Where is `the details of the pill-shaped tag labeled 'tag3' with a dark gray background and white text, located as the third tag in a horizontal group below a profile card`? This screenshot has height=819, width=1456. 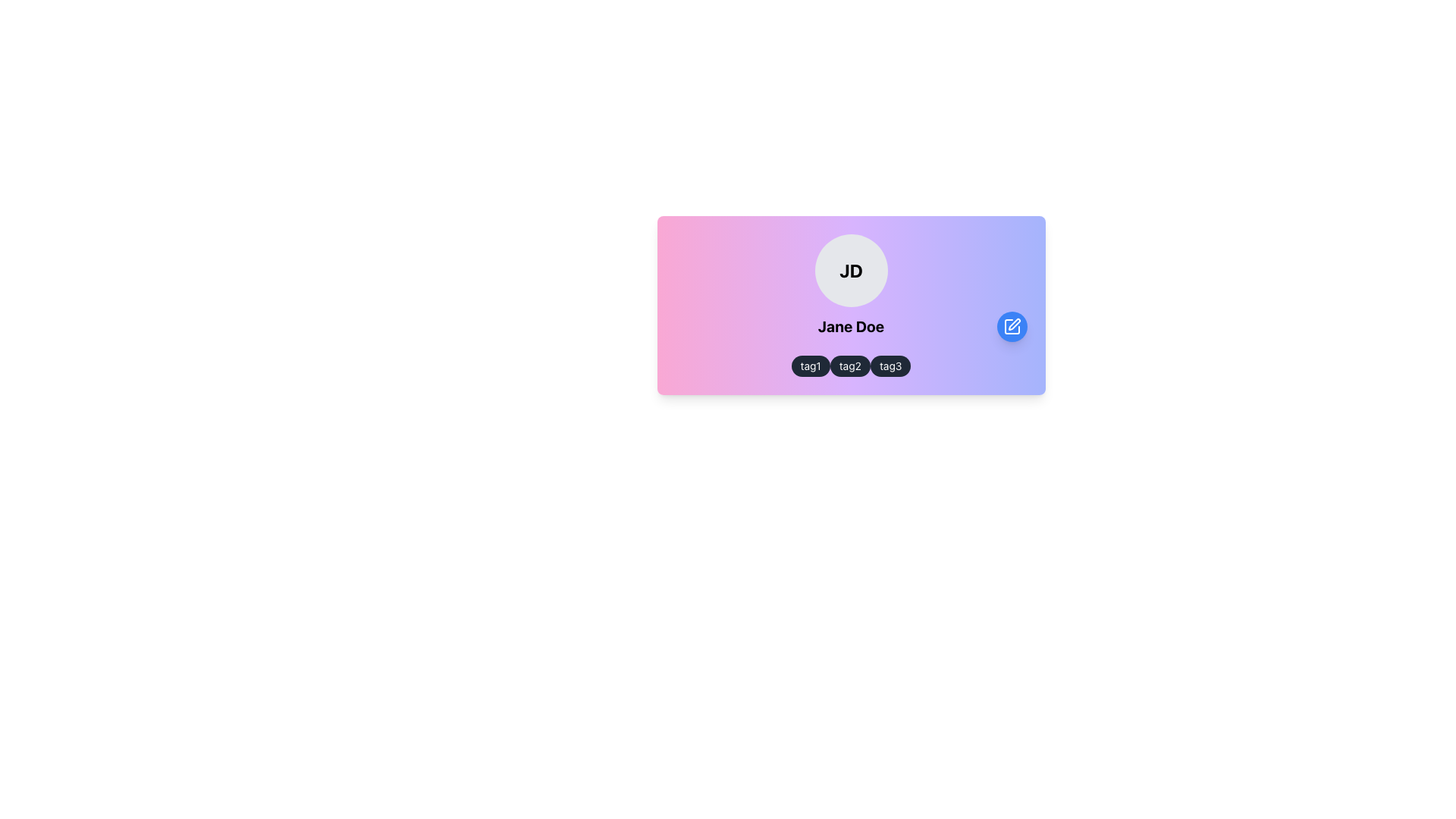 the details of the pill-shaped tag labeled 'tag3' with a dark gray background and white text, located as the third tag in a horizontal group below a profile card is located at coordinates (890, 366).